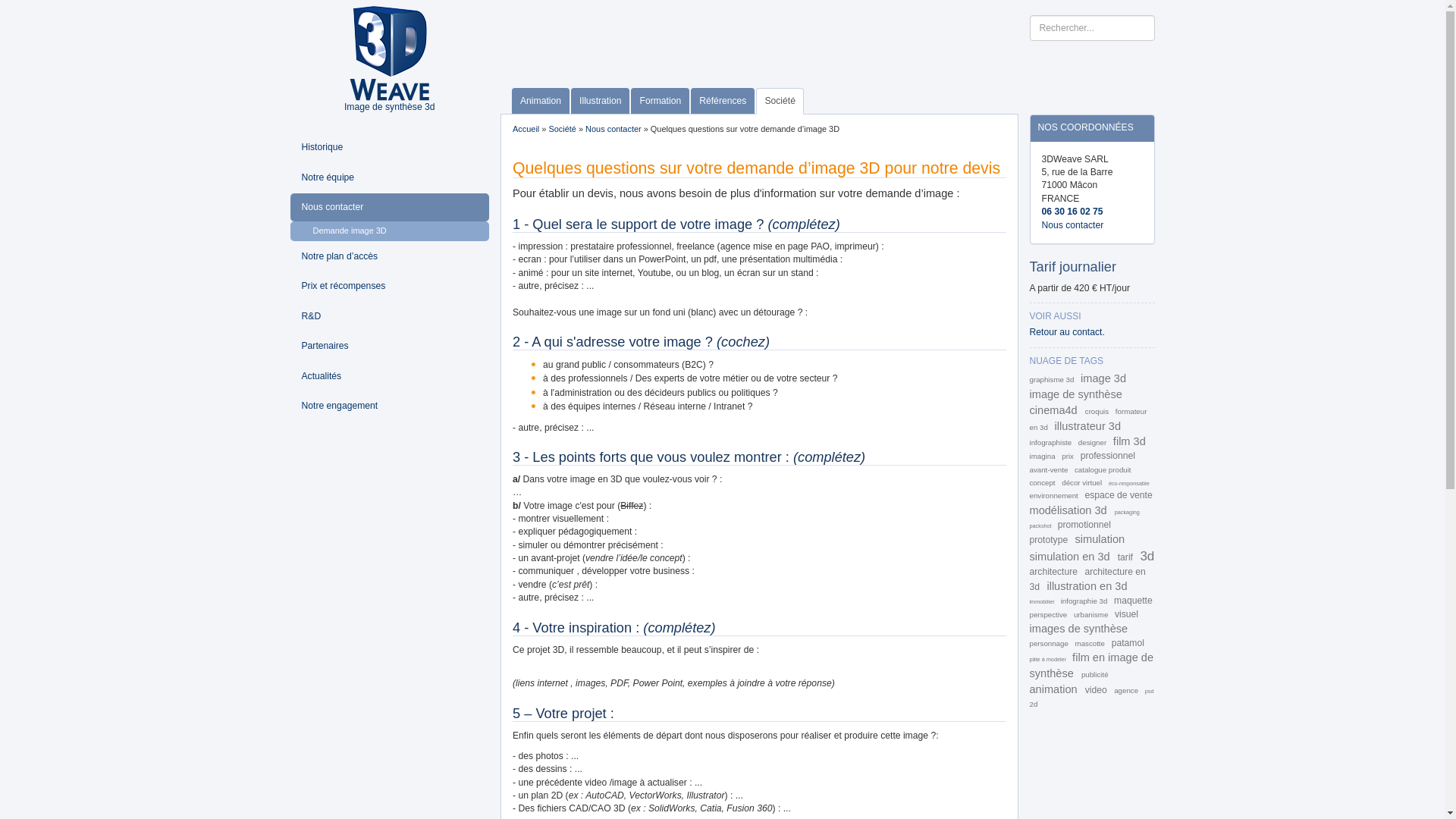 This screenshot has height=819, width=1456. What do you see at coordinates (389, 207) in the screenshot?
I see `'Nous contacter'` at bounding box center [389, 207].